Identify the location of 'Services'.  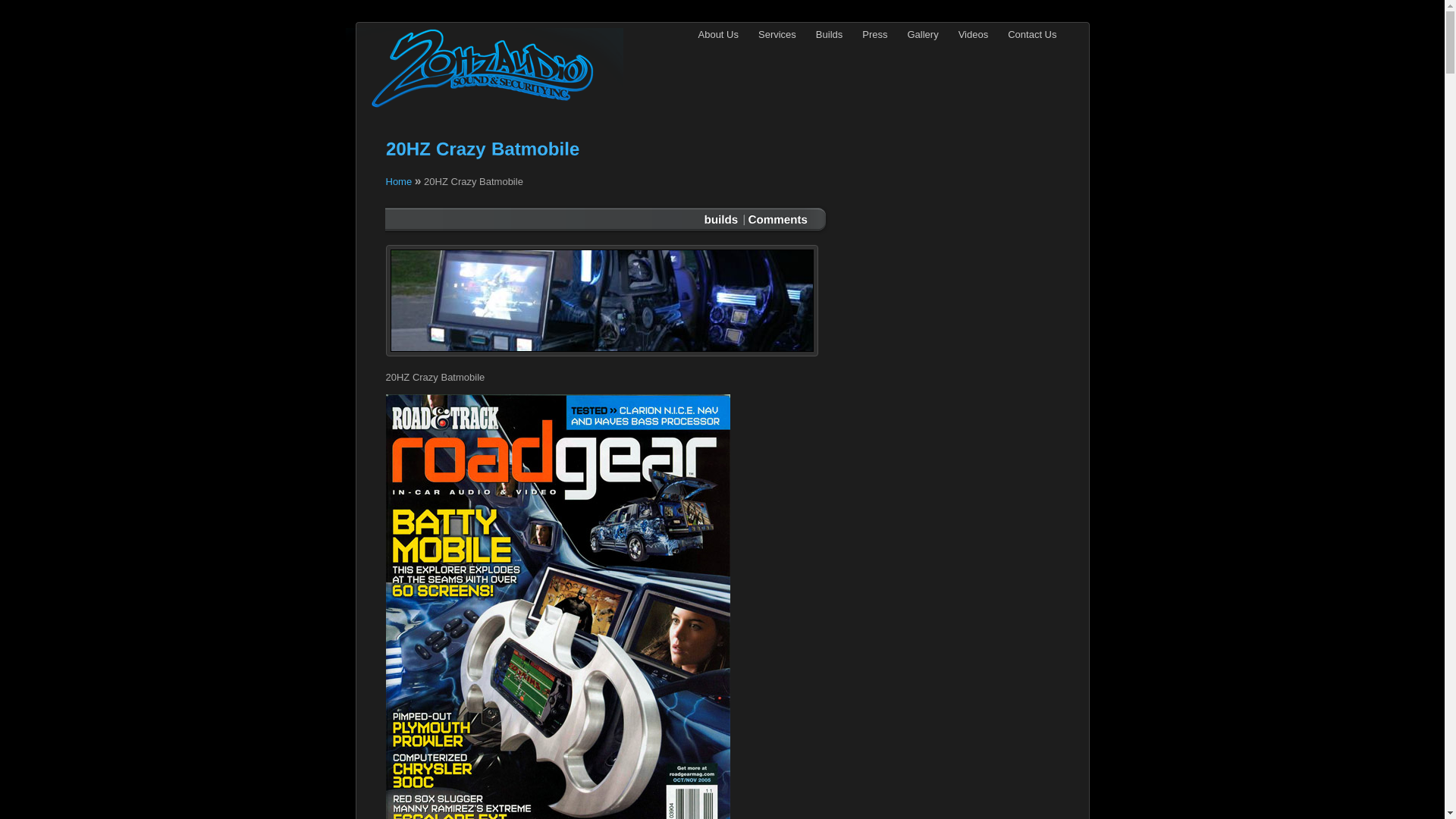
(777, 34).